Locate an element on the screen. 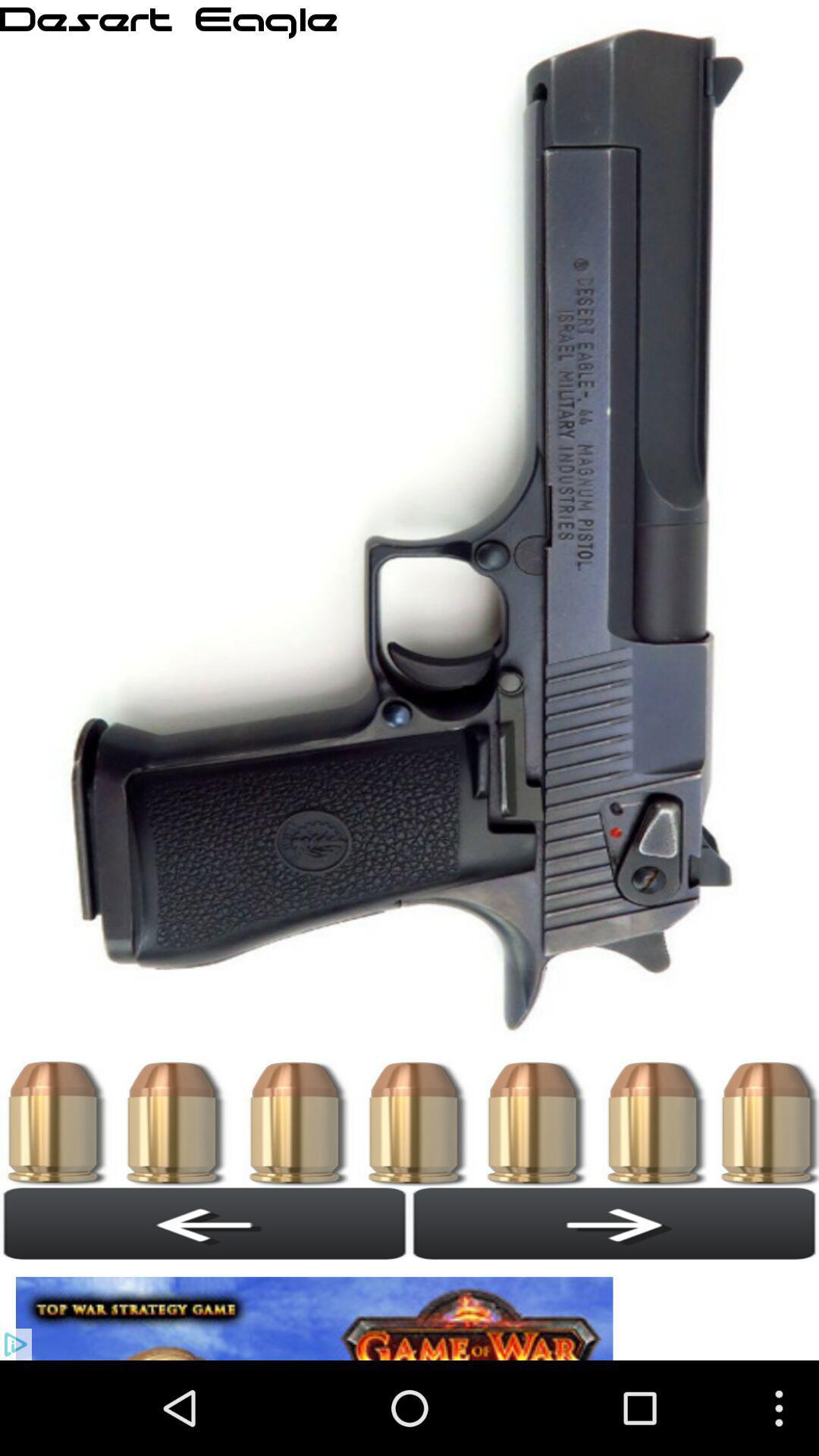 The image size is (819, 1456). go back is located at coordinates (205, 1223).